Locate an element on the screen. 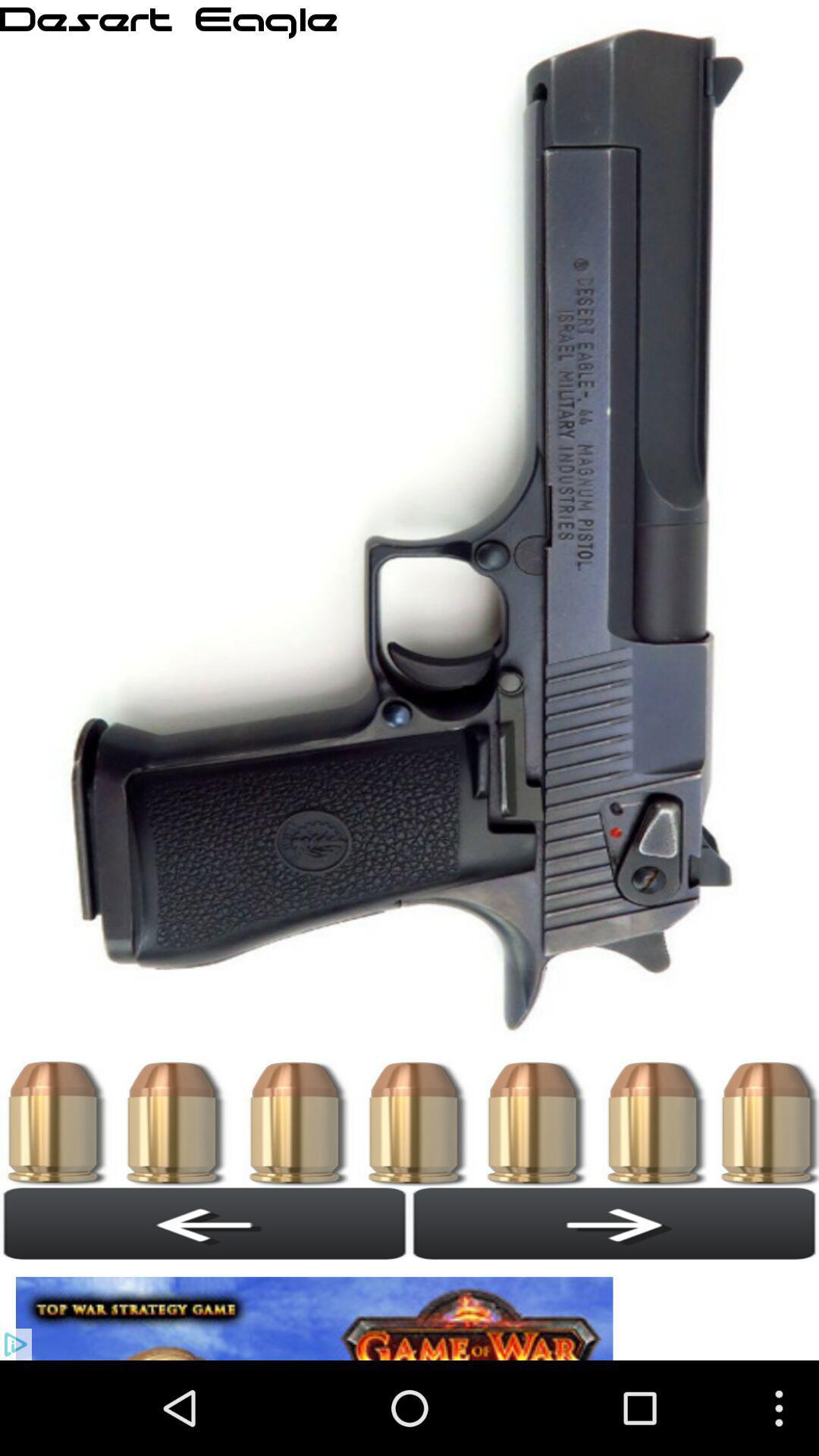 The image size is (819, 1456). go back is located at coordinates (205, 1223).